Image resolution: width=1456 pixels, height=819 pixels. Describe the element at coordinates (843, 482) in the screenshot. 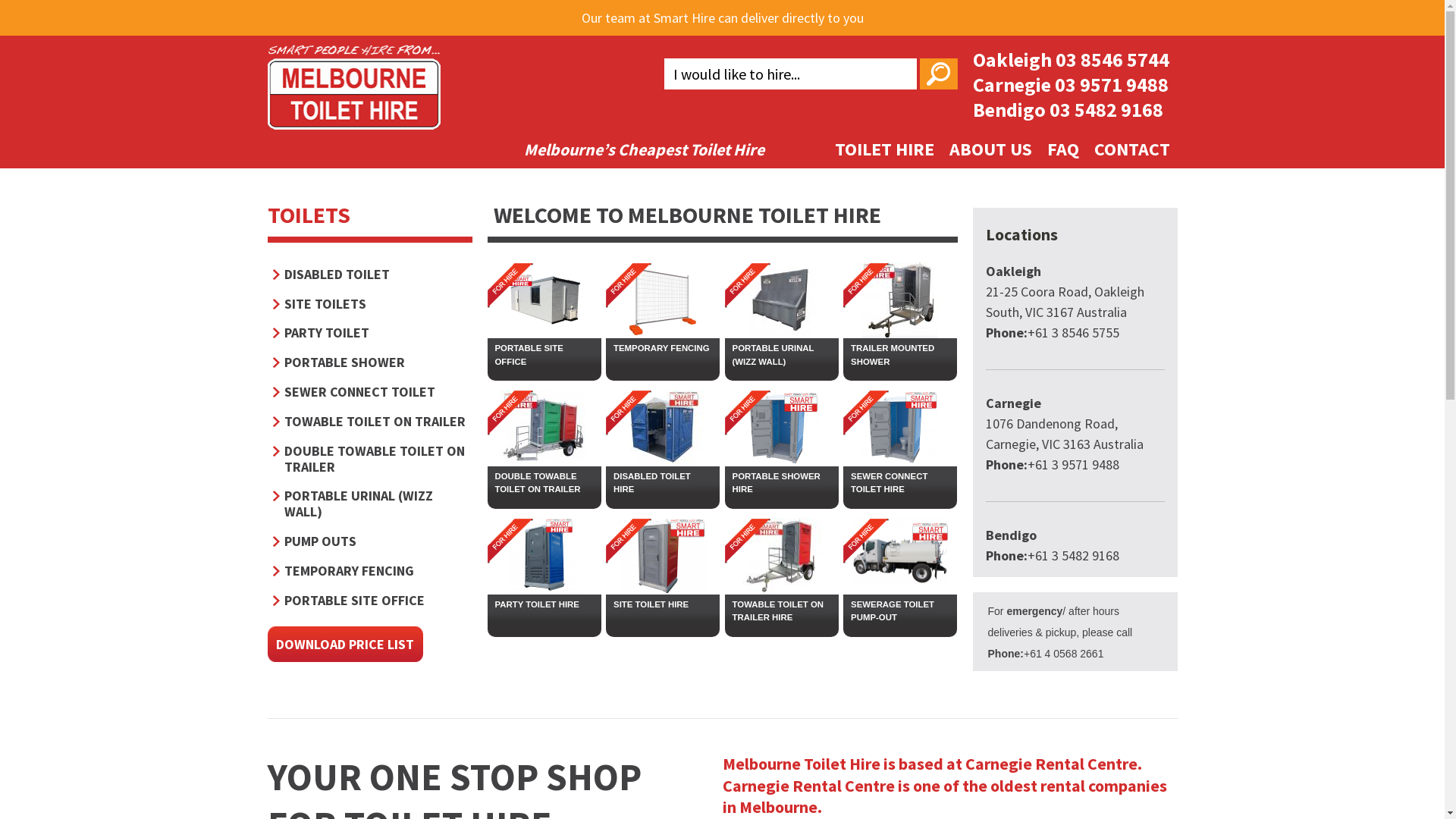

I see `'SEWER CONNECT TOILET HIRE'` at that location.